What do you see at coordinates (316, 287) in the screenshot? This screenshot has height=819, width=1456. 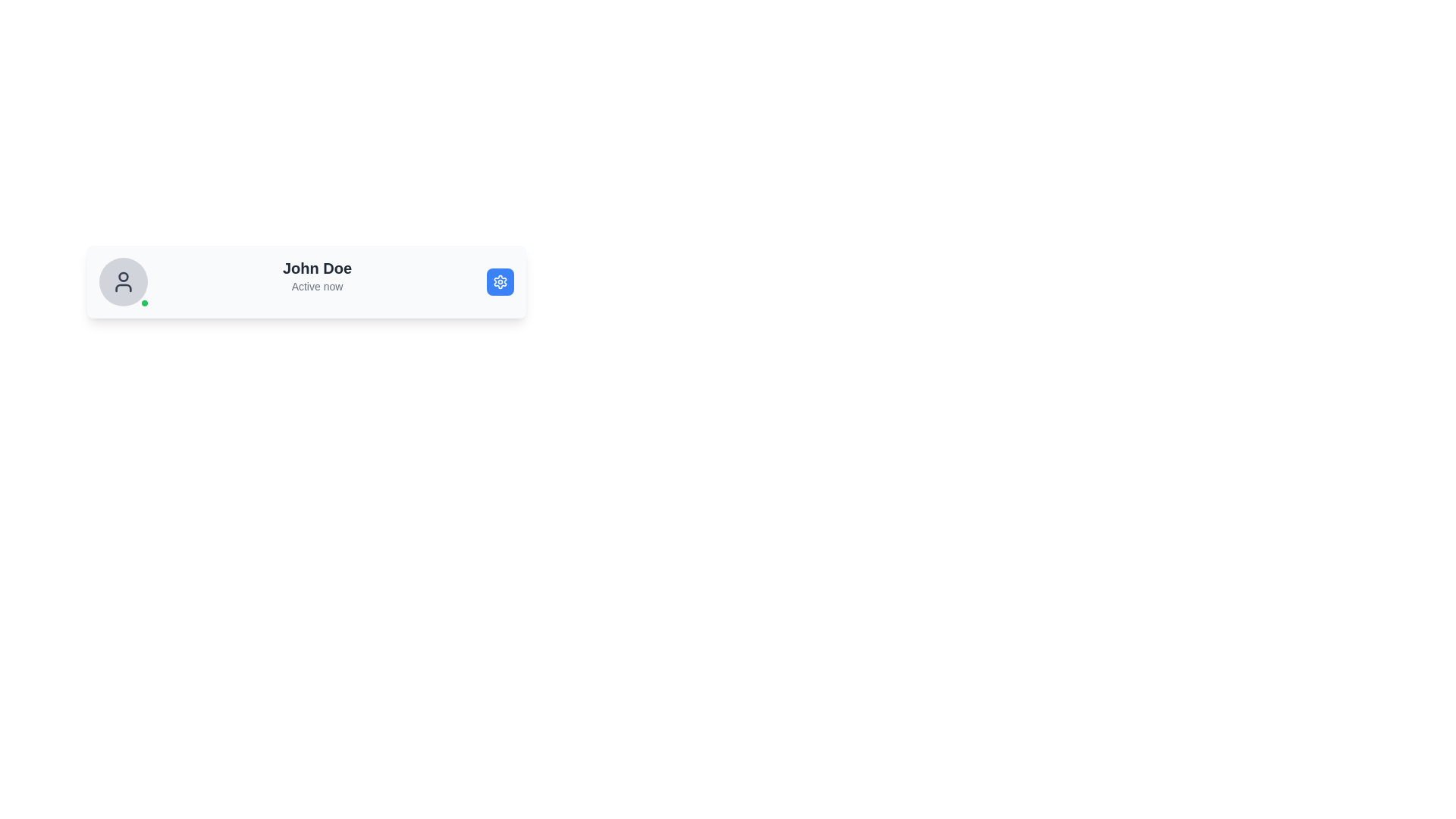 I see `the status indicator text label located beneath 'John Doe' to check the user's current activity status` at bounding box center [316, 287].